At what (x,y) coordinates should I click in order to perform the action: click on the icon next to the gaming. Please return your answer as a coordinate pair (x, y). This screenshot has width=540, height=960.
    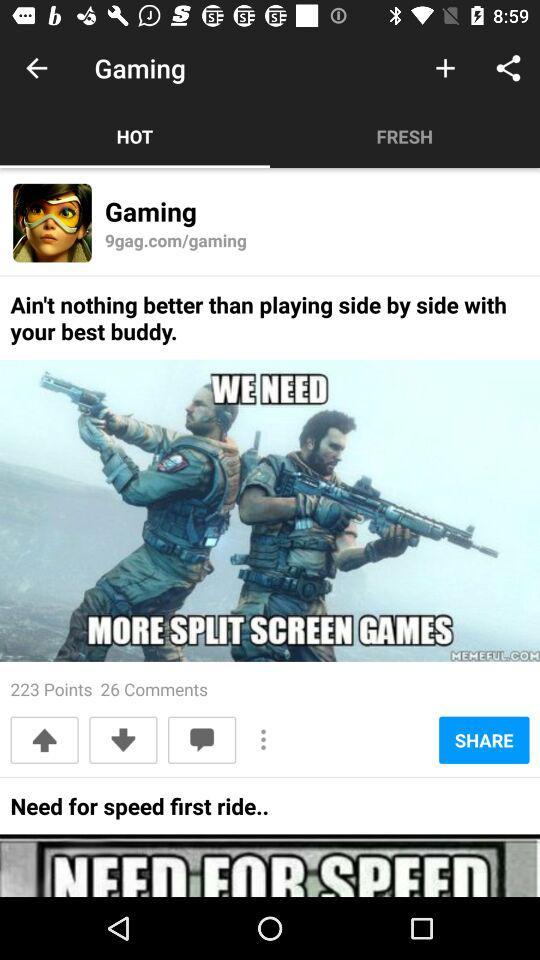
    Looking at the image, I should click on (445, 68).